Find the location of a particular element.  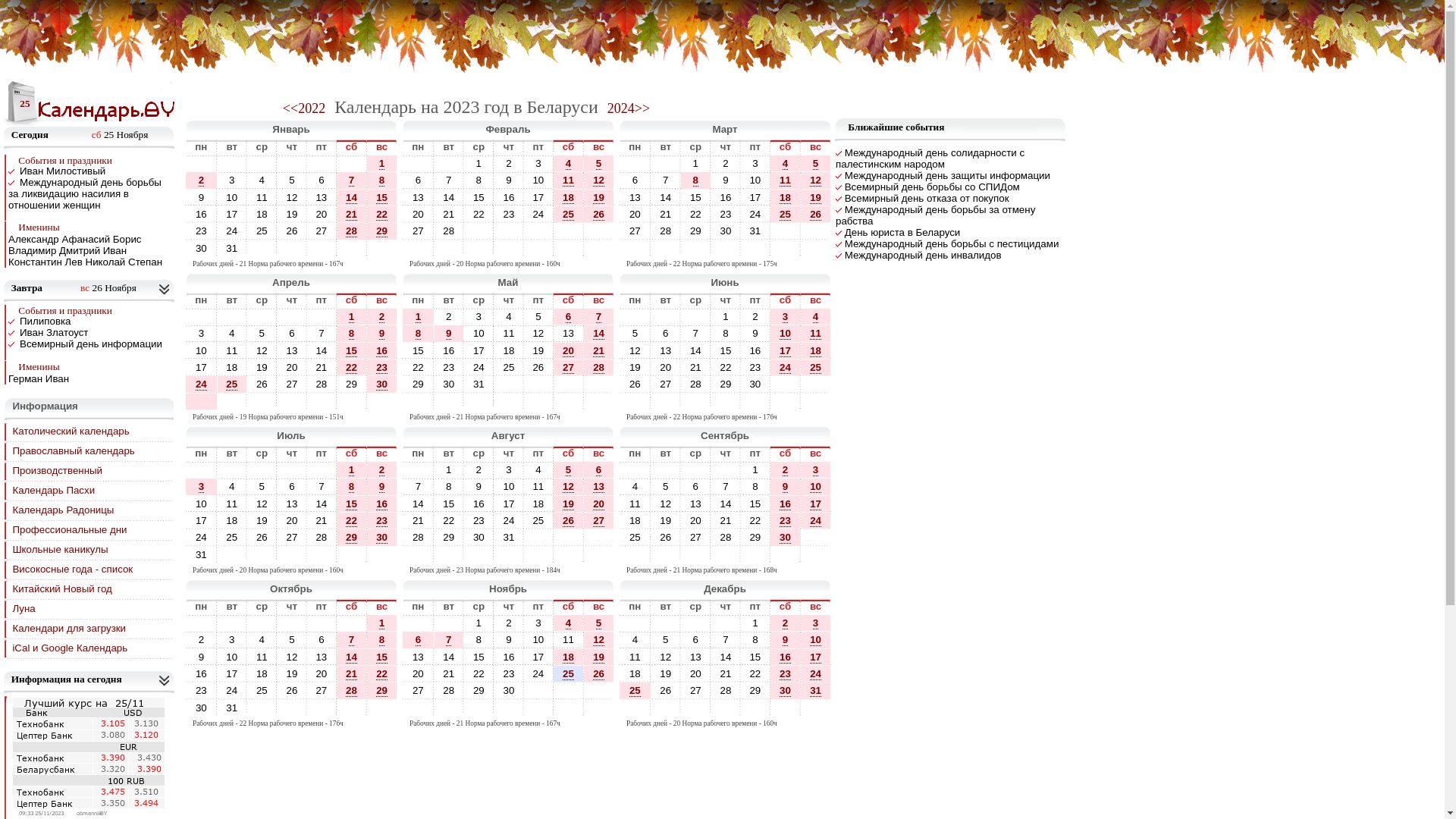

'29' is located at coordinates (375, 231).